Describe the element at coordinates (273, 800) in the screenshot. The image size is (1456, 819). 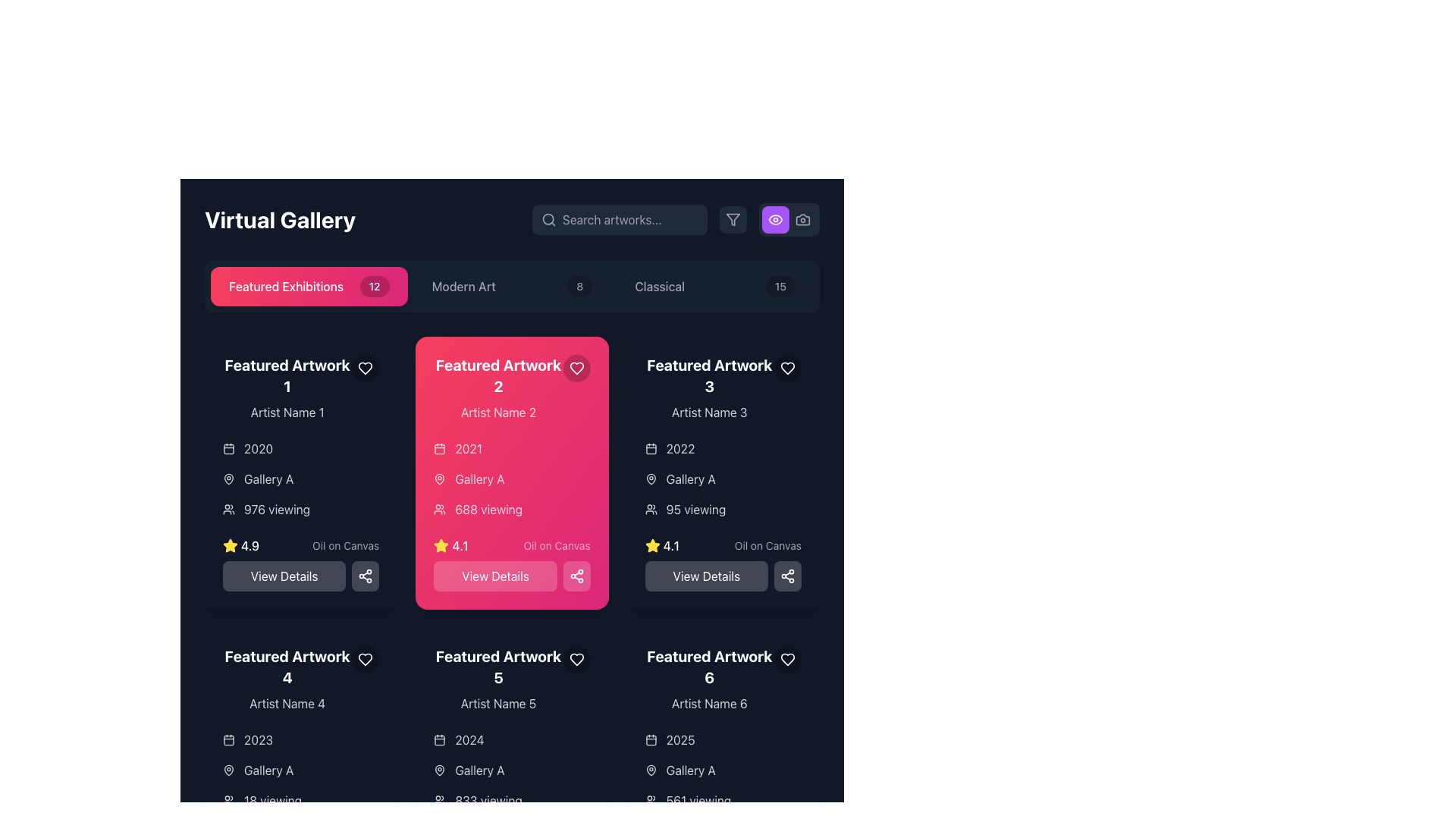
I see `the Text Label displaying '18 viewing', located at the bottom of the 'Featured Artwork 4' card in the grid layout` at that location.